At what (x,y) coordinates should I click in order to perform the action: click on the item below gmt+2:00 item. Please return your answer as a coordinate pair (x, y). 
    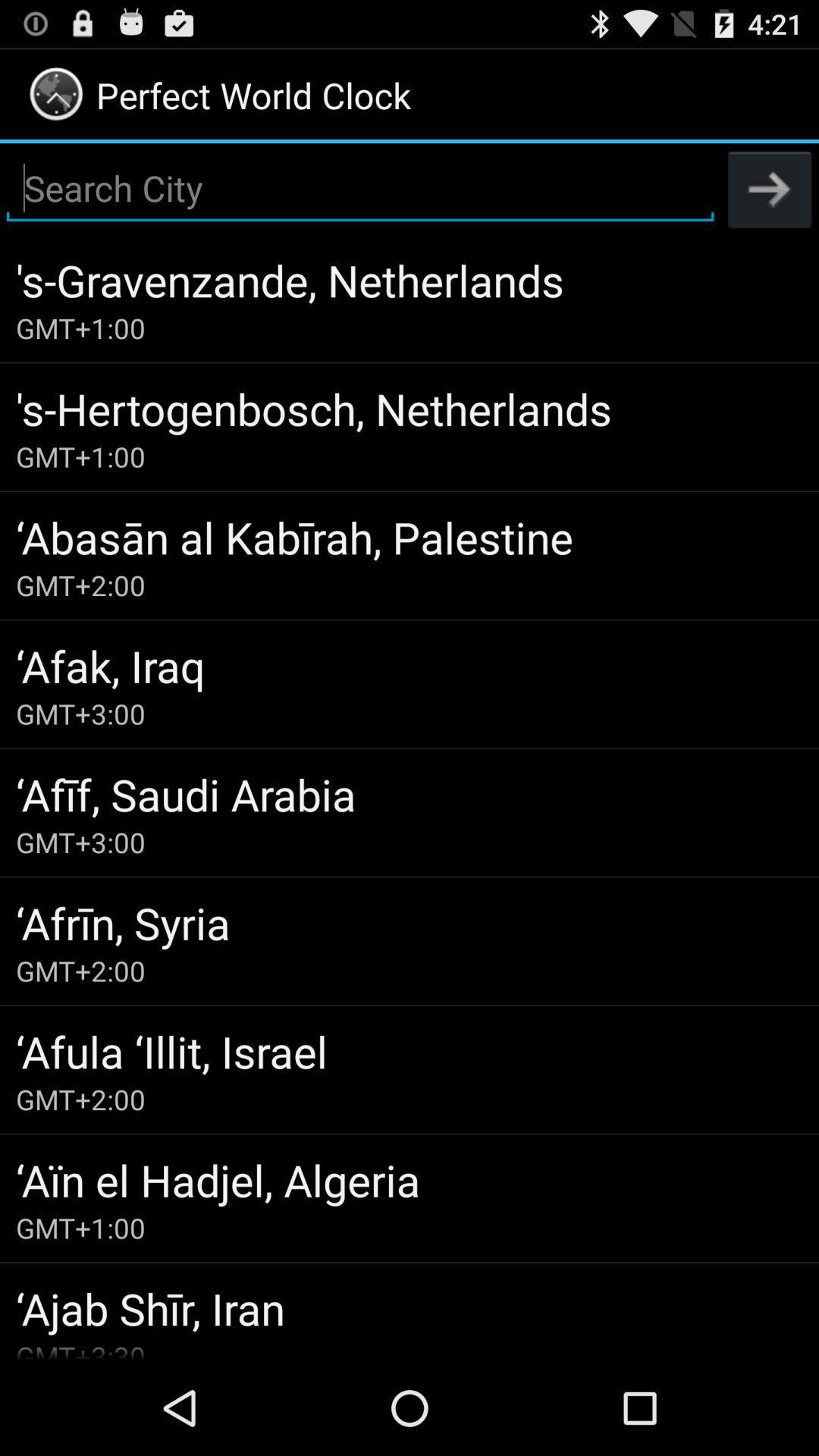
    Looking at the image, I should click on (409, 1050).